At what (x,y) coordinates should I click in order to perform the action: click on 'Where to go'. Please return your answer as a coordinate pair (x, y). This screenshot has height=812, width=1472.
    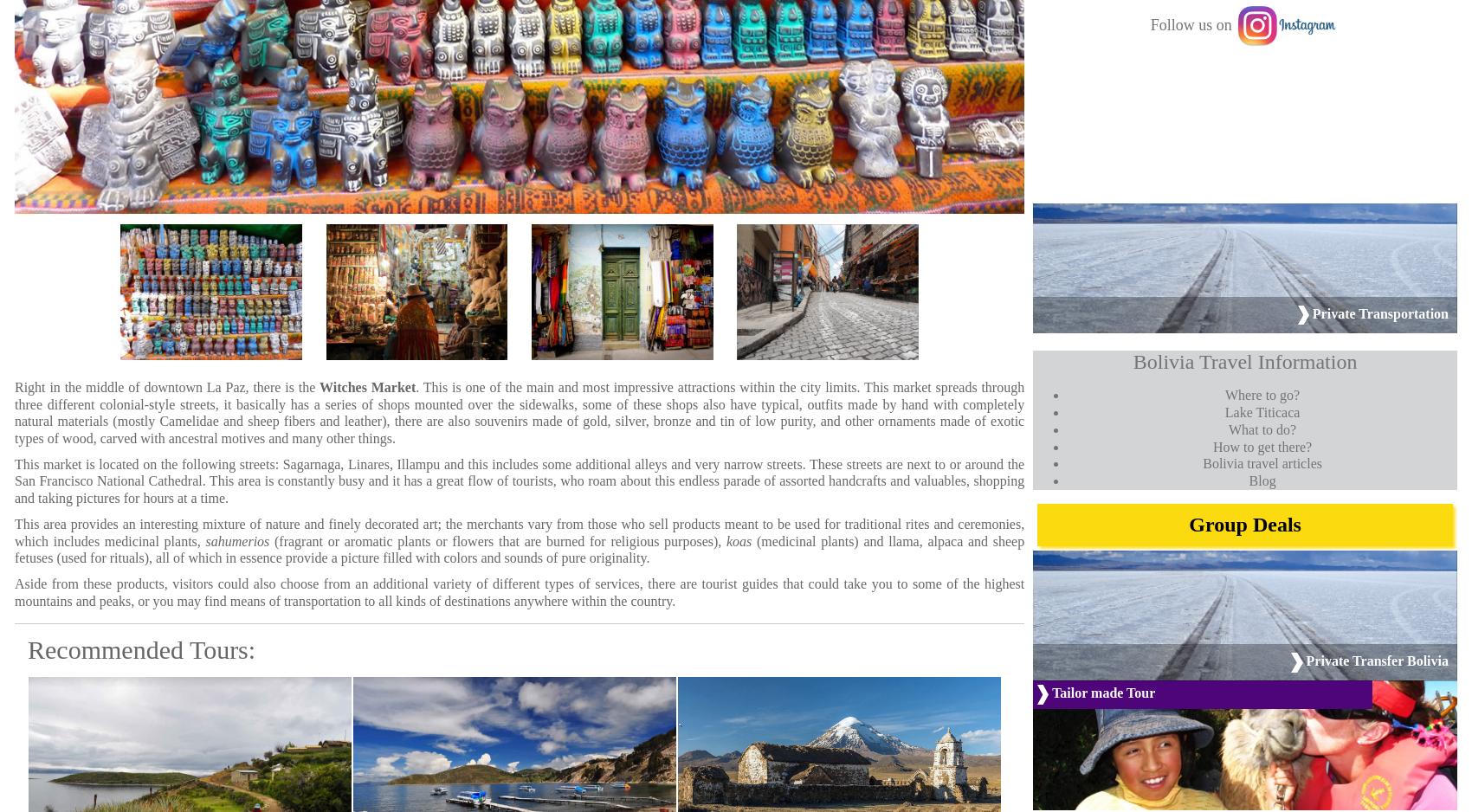
    Looking at the image, I should click on (1258, 394).